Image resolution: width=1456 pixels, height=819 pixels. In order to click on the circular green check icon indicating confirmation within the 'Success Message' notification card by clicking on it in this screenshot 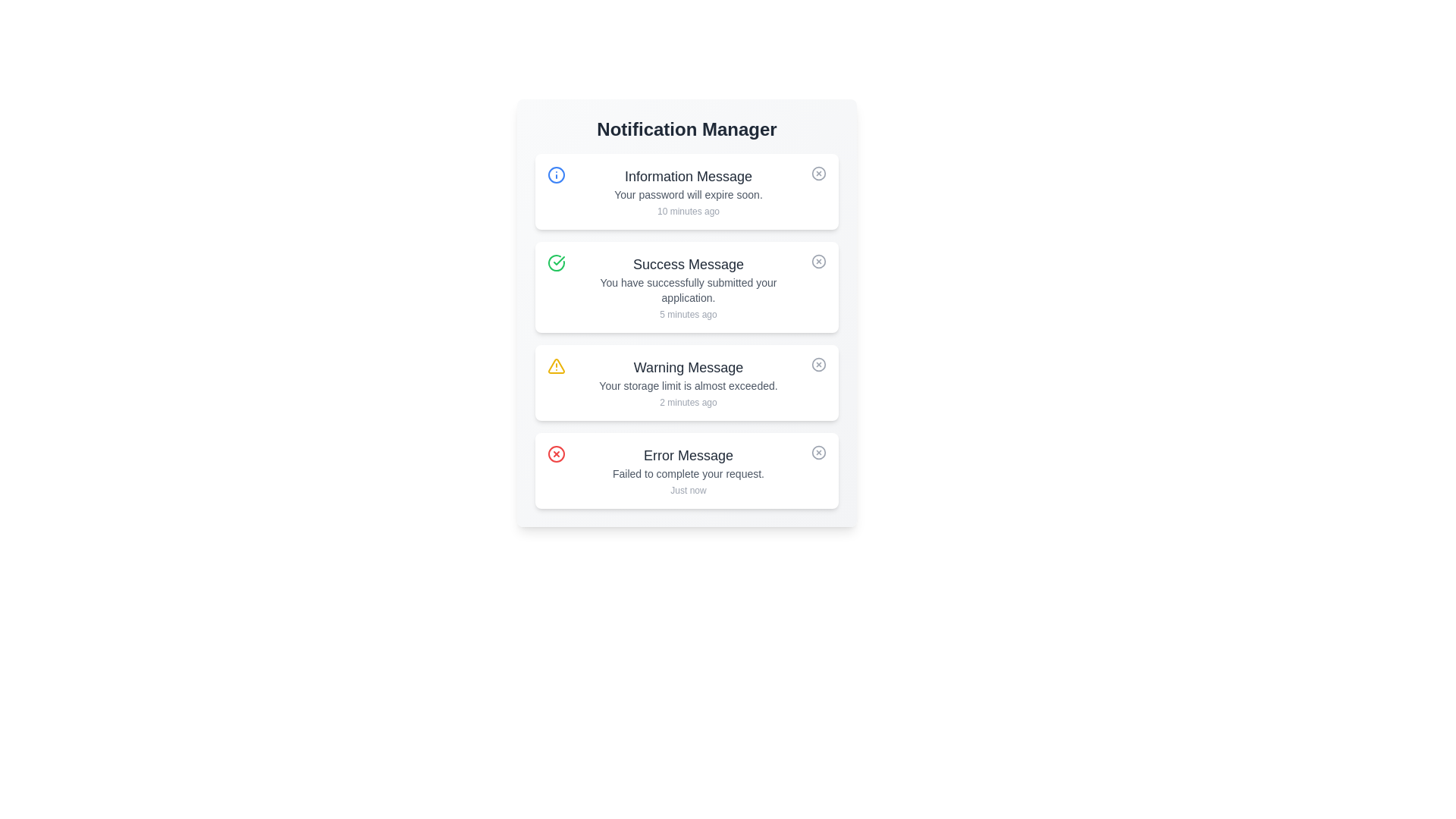, I will do `click(556, 262)`.